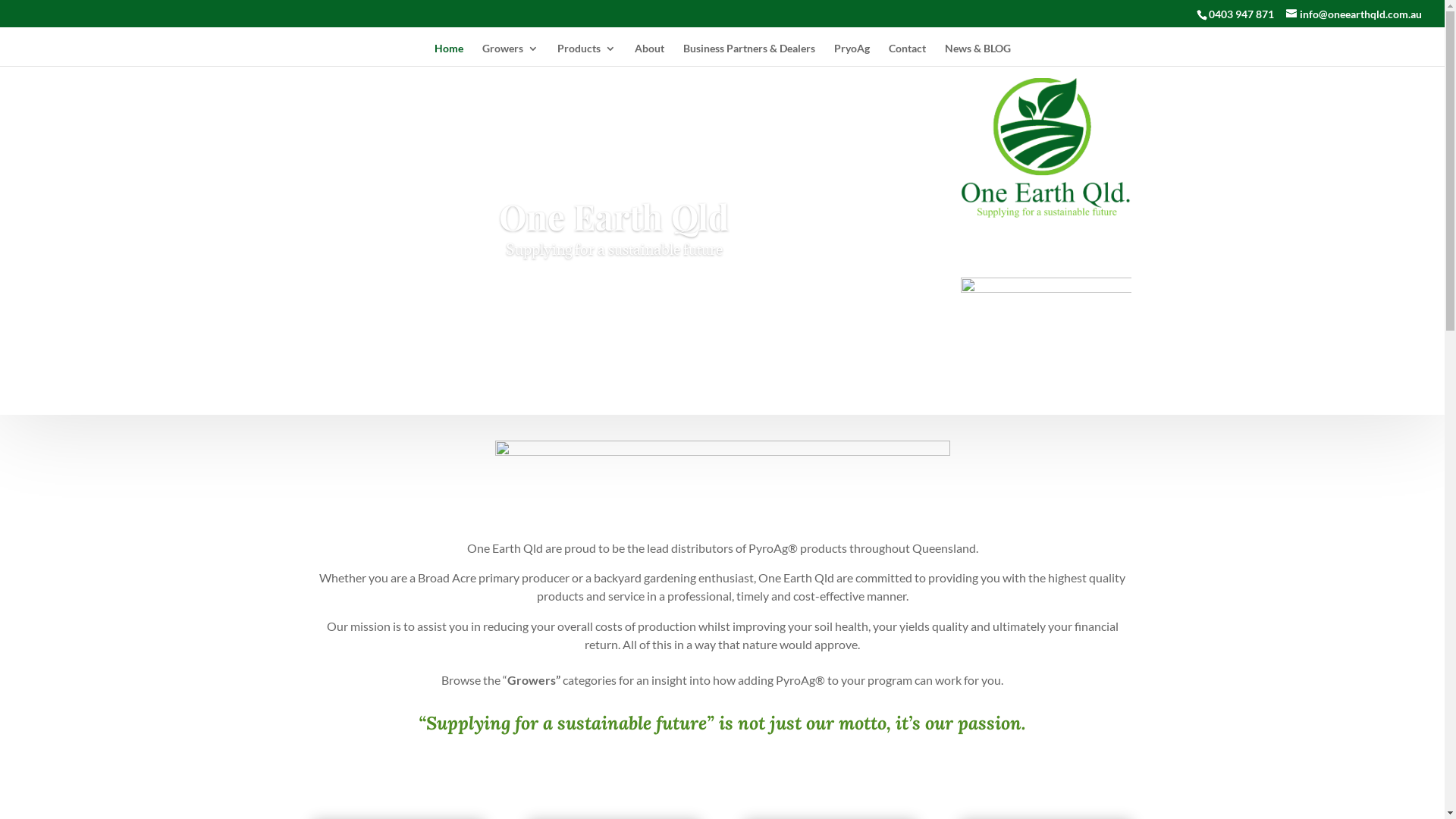 This screenshot has width=1456, height=819. I want to click on 'Products', so click(585, 54).